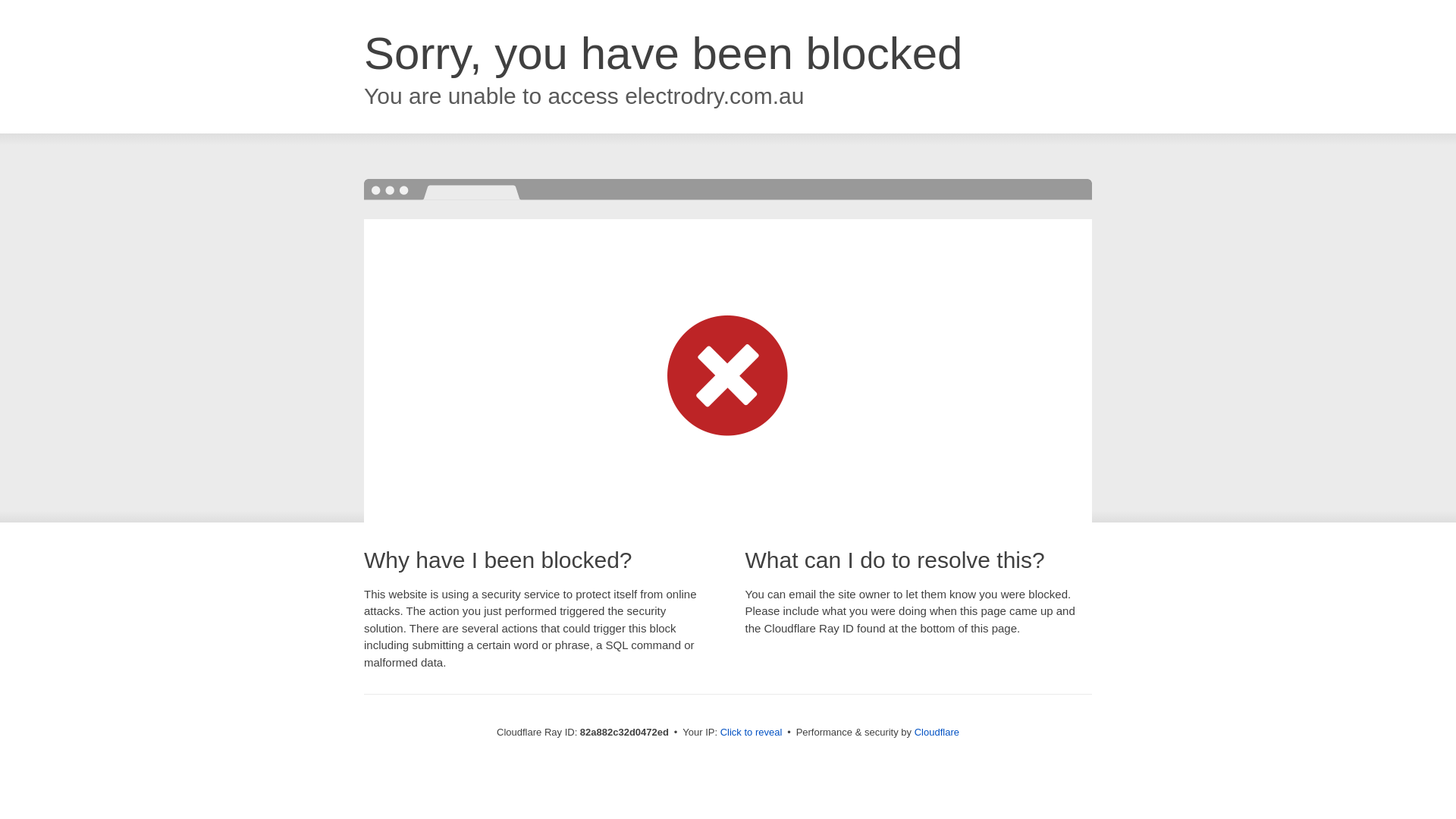  What do you see at coordinates (936, 731) in the screenshot?
I see `'Cloudflare'` at bounding box center [936, 731].